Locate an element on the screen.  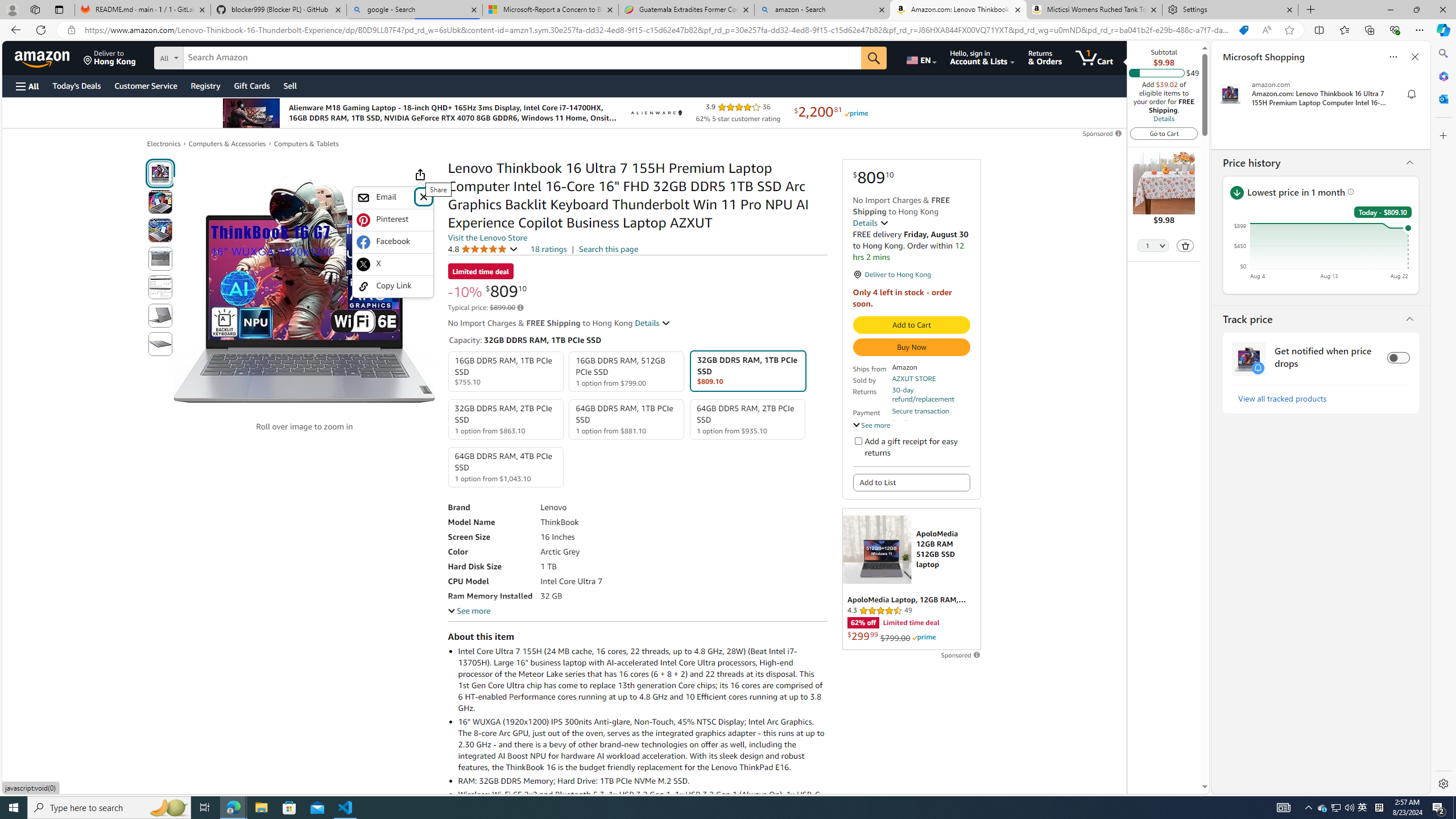
'RAM: 32GB DDR5 Memory; Hard Drive: 1TB PCIe NVMe M.2 SSD.' is located at coordinates (642, 780).